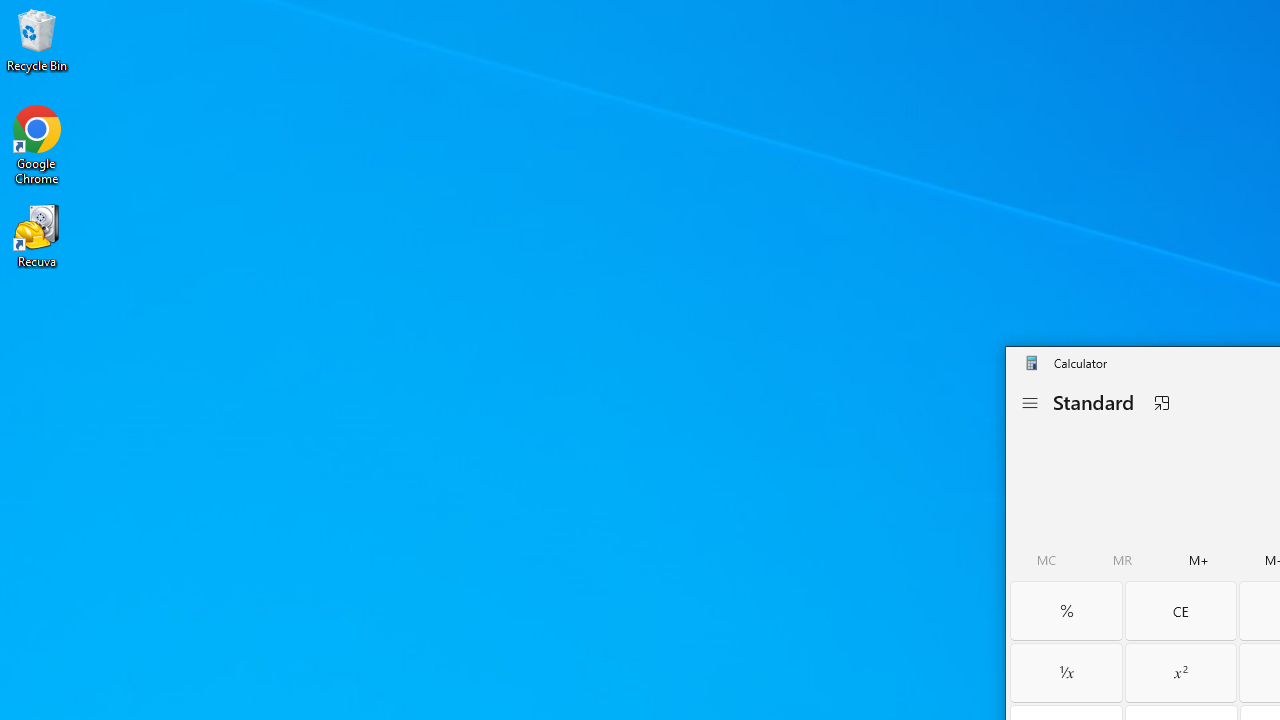 The height and width of the screenshot is (720, 1280). Describe the element at coordinates (1029, 403) in the screenshot. I see `'Open Navigation'` at that location.